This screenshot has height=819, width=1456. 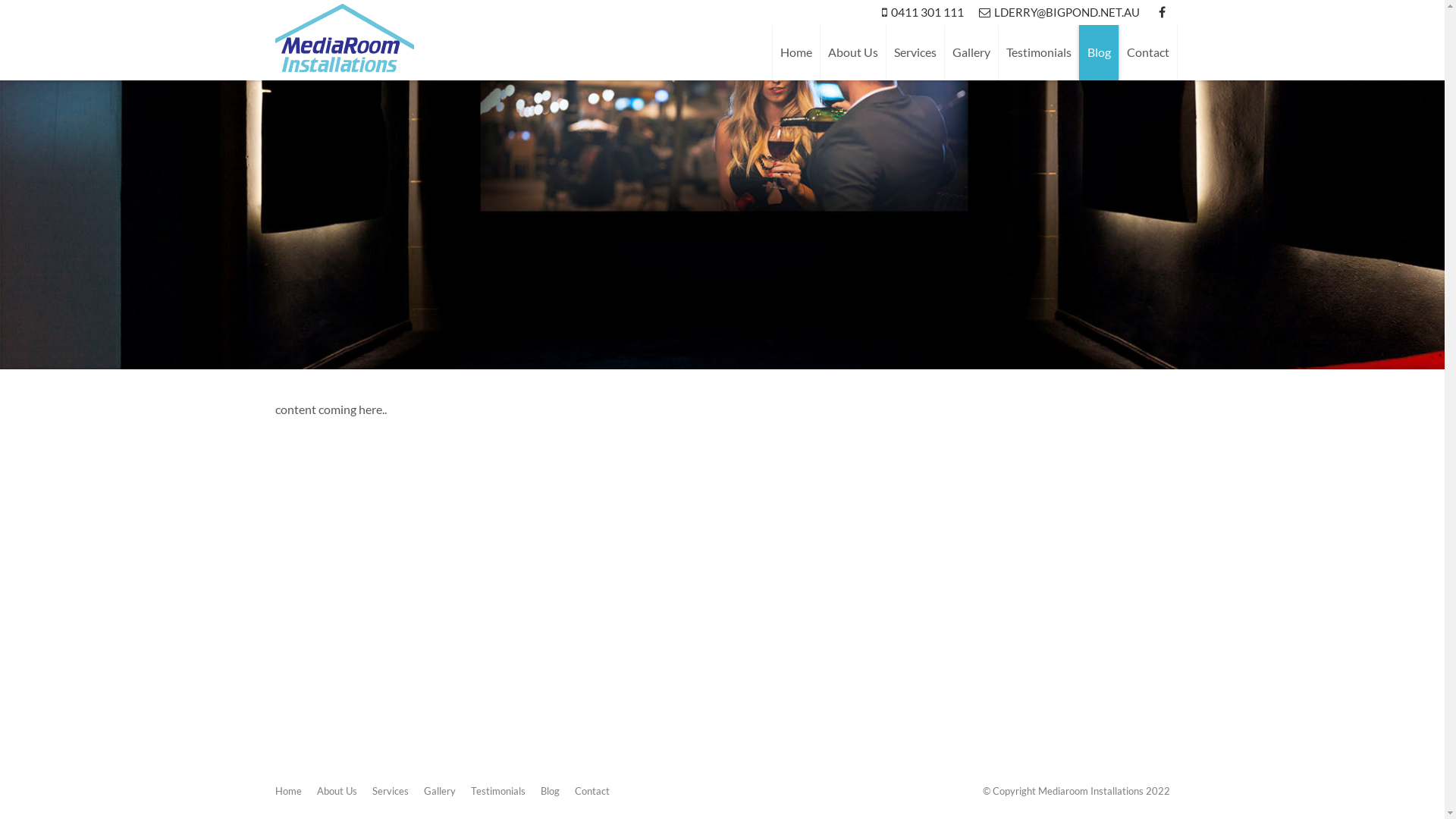 What do you see at coordinates (969, 52) in the screenshot?
I see `'Gallery'` at bounding box center [969, 52].